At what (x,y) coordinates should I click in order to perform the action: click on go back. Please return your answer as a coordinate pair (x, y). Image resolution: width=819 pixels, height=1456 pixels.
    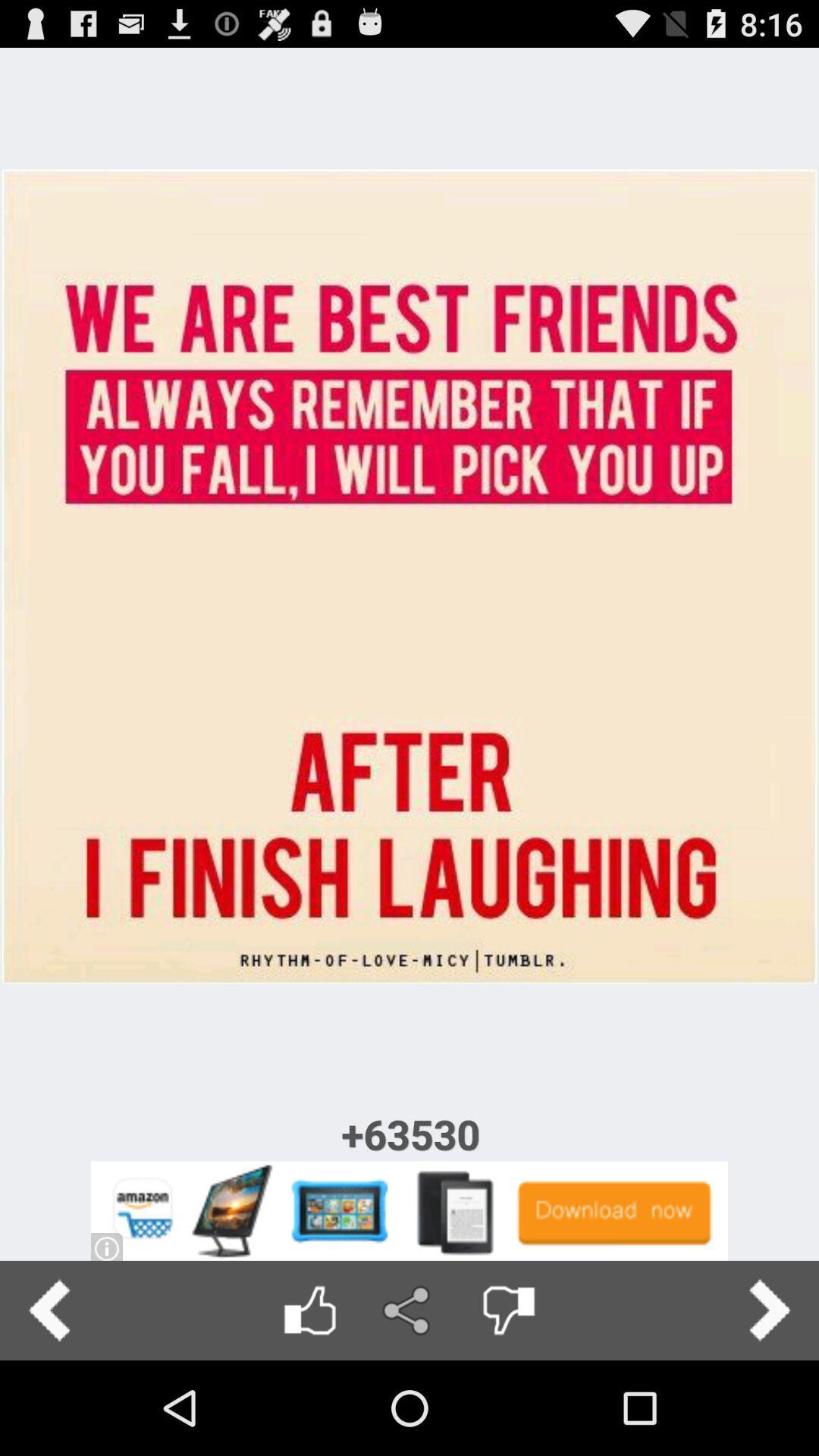
    Looking at the image, I should click on (49, 1310).